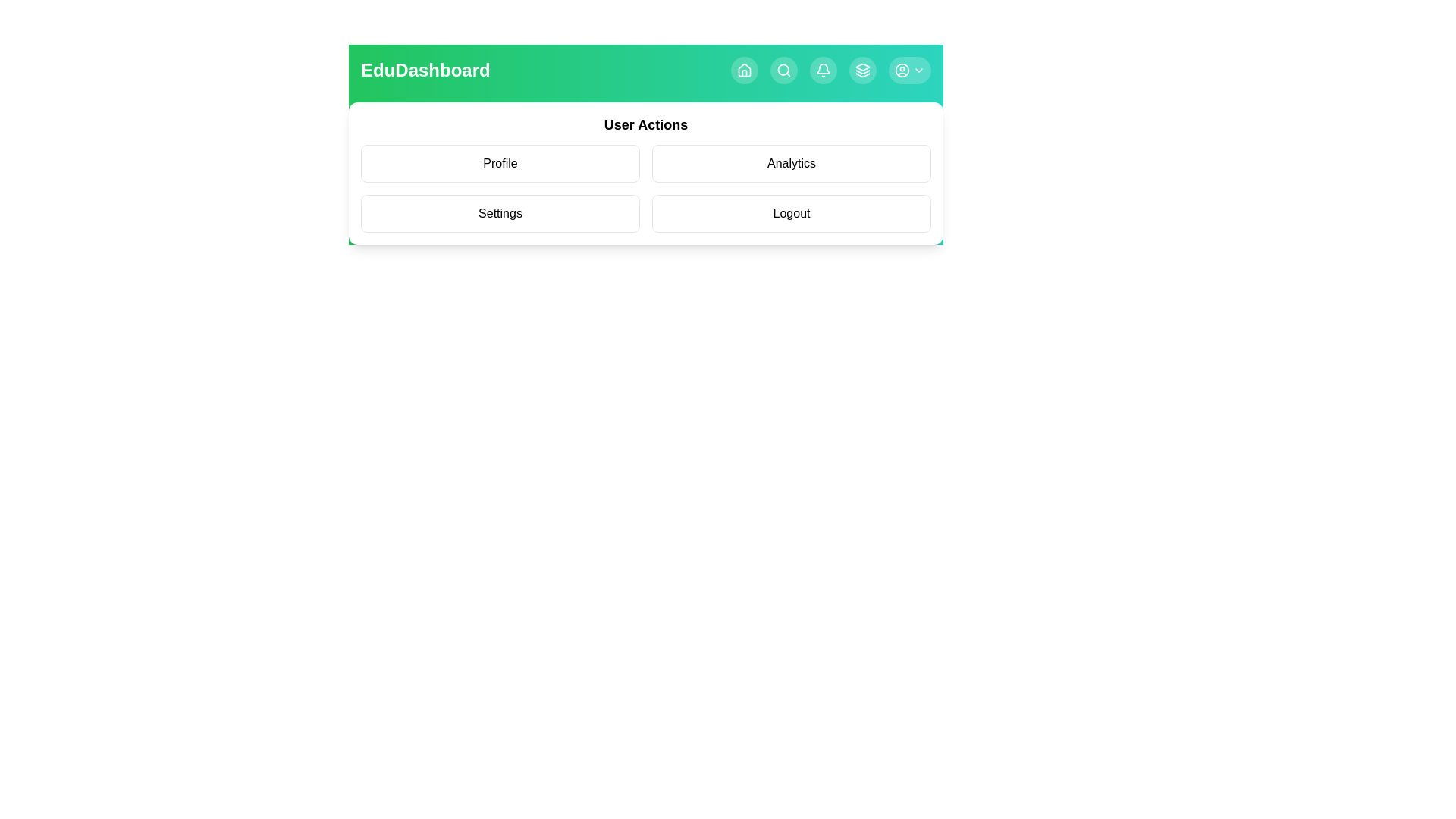 The width and height of the screenshot is (1456, 819). What do you see at coordinates (790, 213) in the screenshot?
I see `the user action item Logout from the menu` at bounding box center [790, 213].